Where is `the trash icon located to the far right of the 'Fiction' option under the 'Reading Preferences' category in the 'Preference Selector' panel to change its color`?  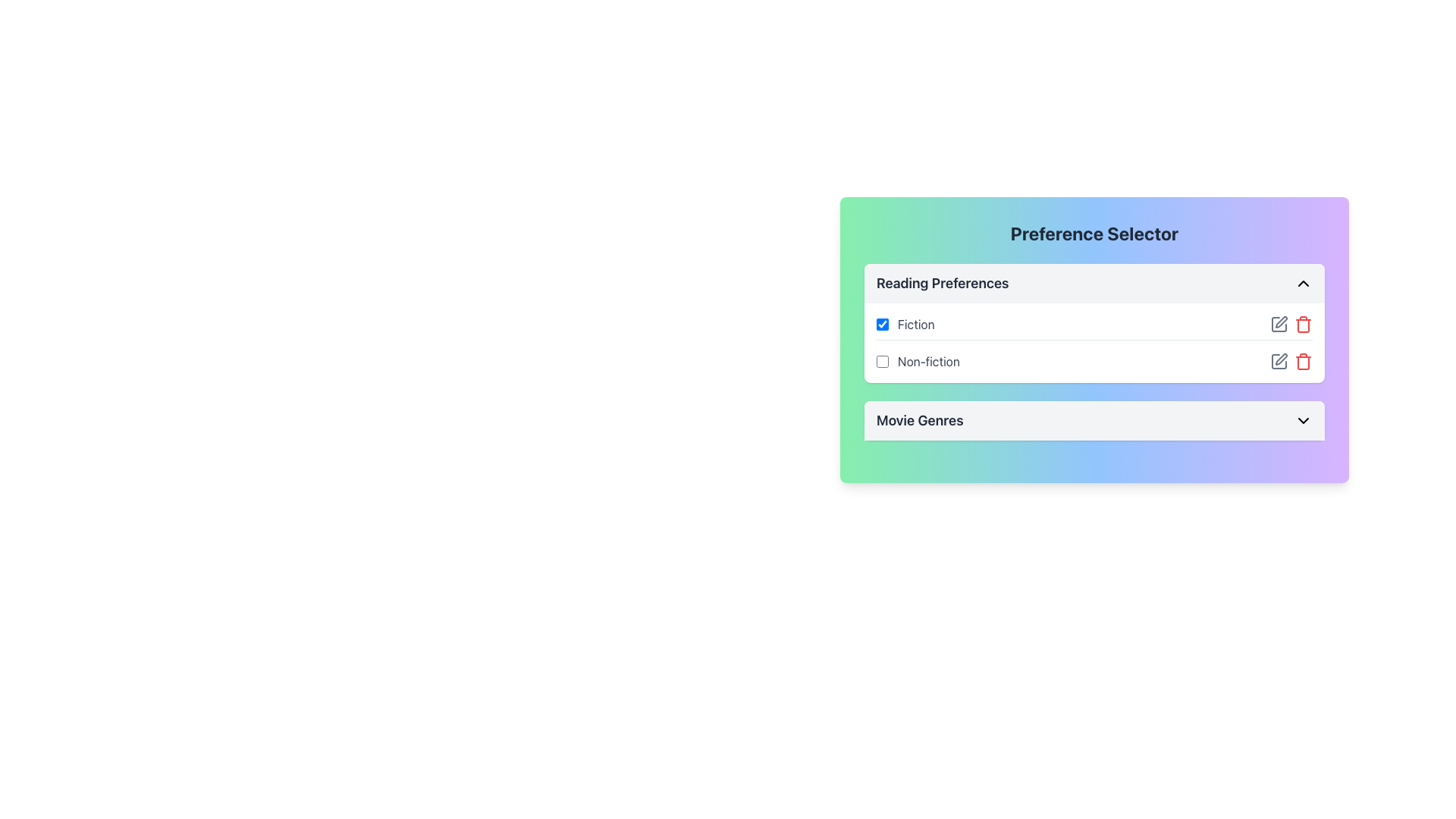
the trash icon located to the far right of the 'Fiction' option under the 'Reading Preferences' category in the 'Preference Selector' panel to change its color is located at coordinates (1302, 324).